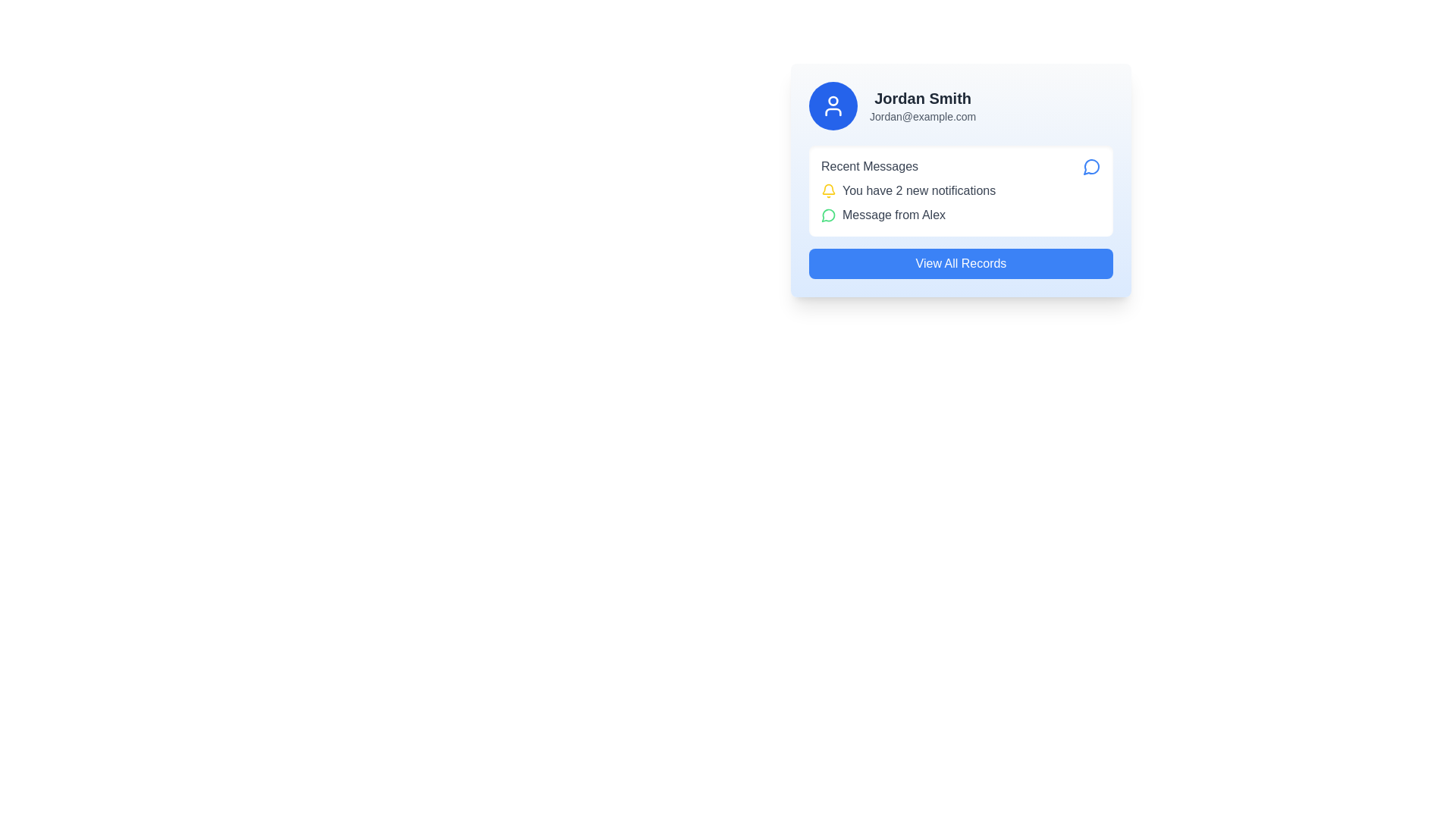  I want to click on the Text Label displaying 'Jordan@example.com', which is positioned directly below 'Jordan Smith' and slightly indented to the right, so click(922, 116).